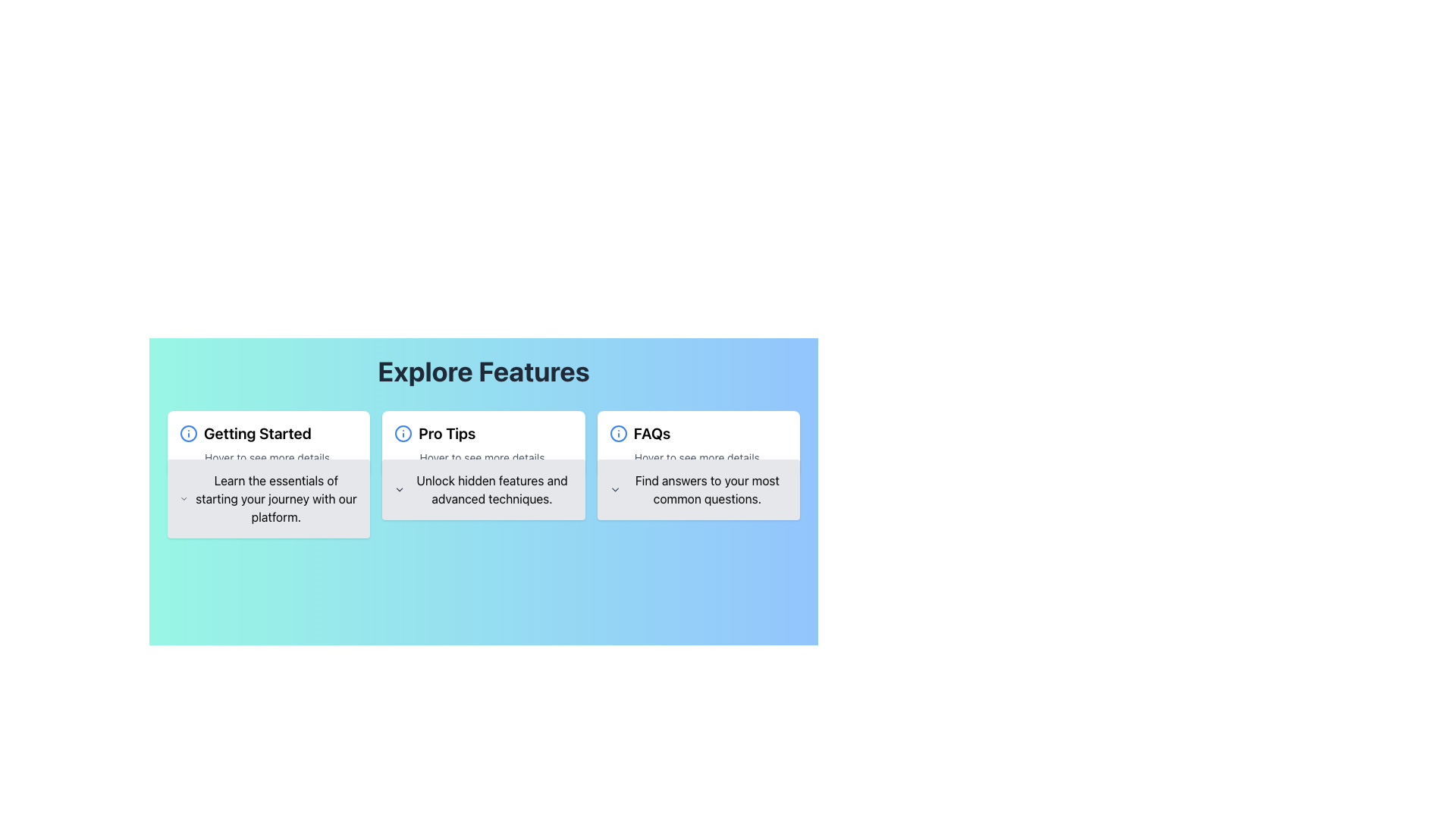 Image resolution: width=1456 pixels, height=819 pixels. Describe the element at coordinates (183, 499) in the screenshot. I see `the icon that reveals or collapses additional information in the 'Getting Started' section, located within the leftmost card near the header text` at that location.